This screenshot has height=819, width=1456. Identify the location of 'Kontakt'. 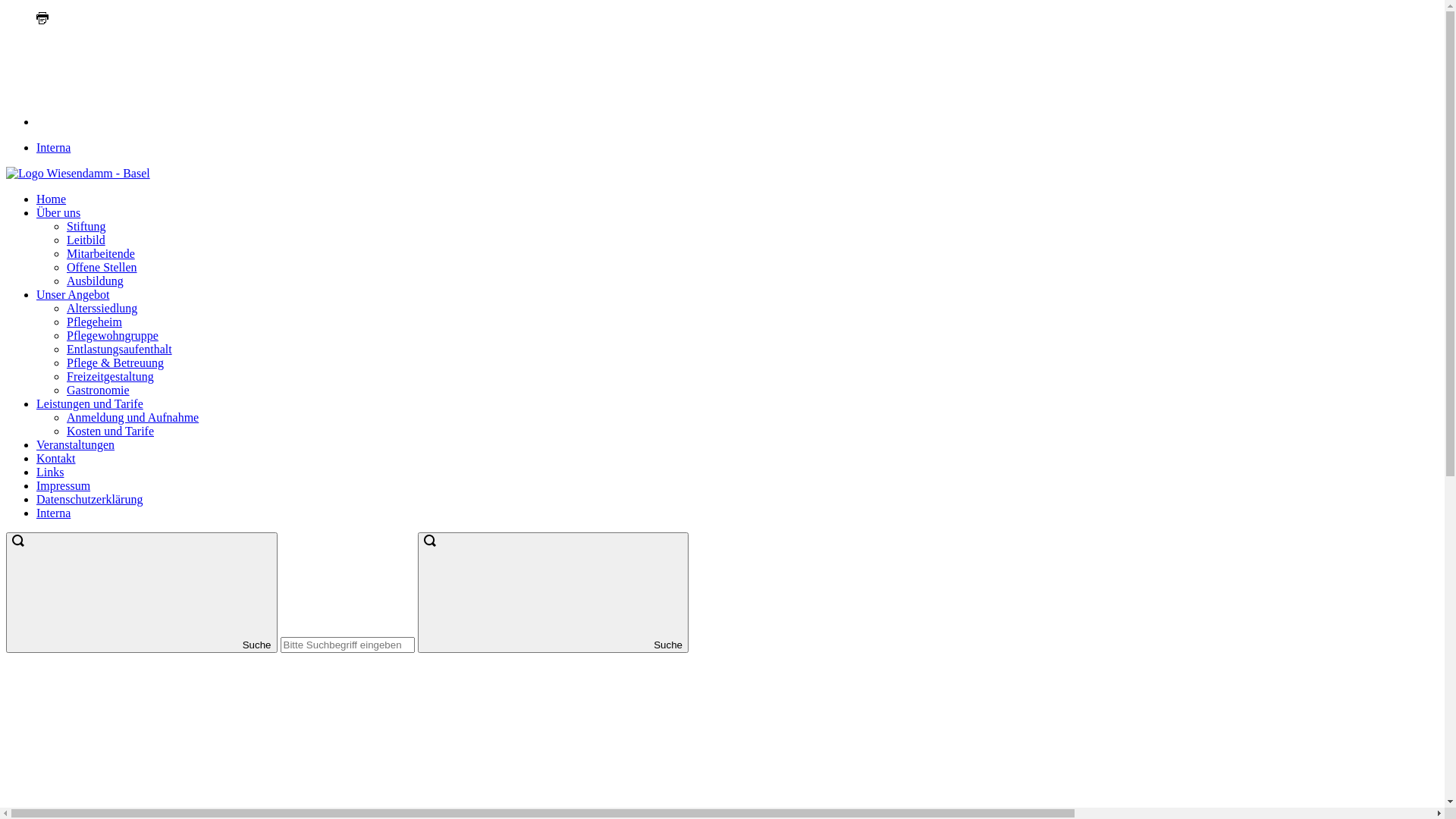
(55, 457).